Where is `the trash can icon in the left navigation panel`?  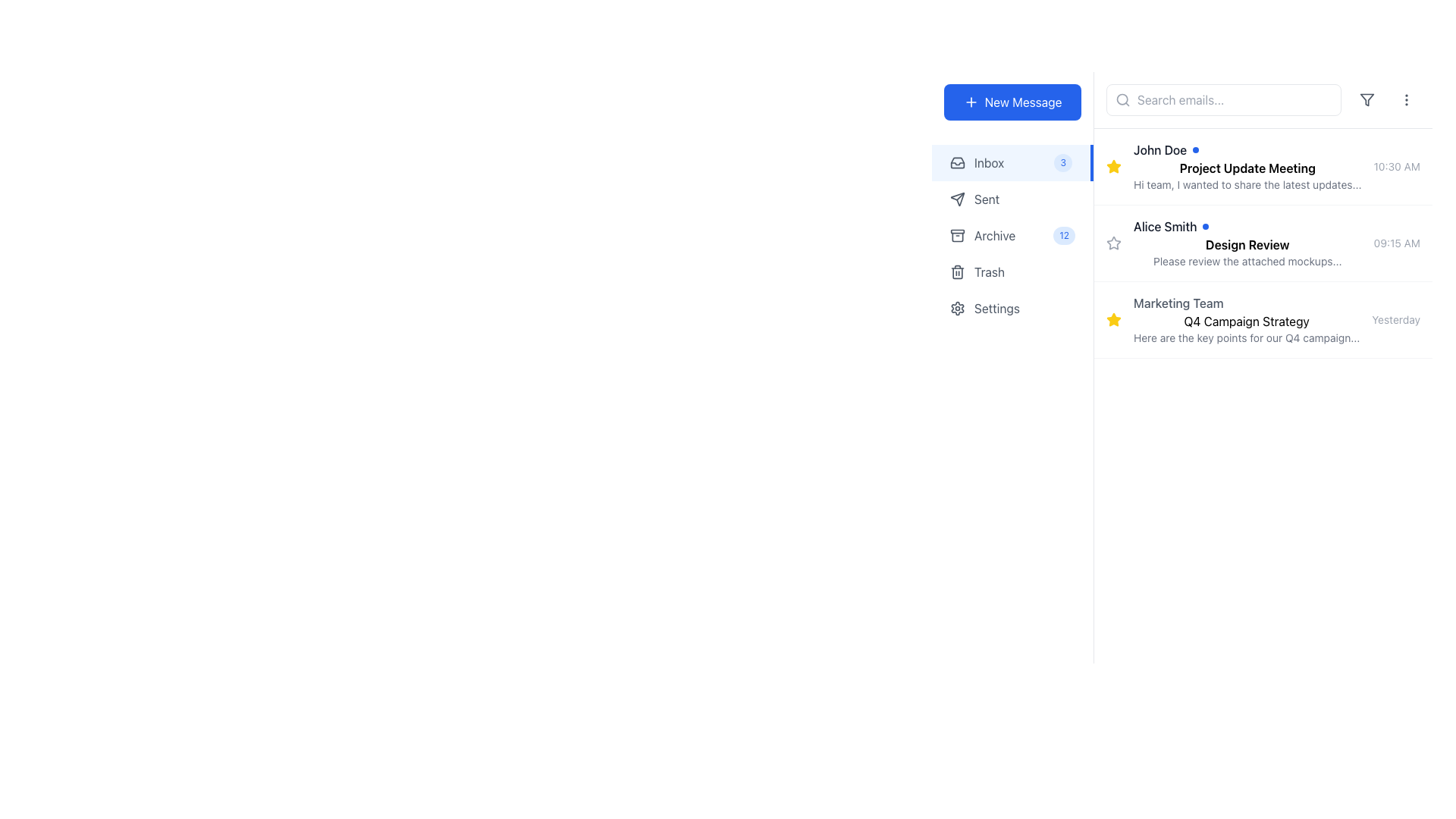 the trash can icon in the left navigation panel is located at coordinates (956, 271).